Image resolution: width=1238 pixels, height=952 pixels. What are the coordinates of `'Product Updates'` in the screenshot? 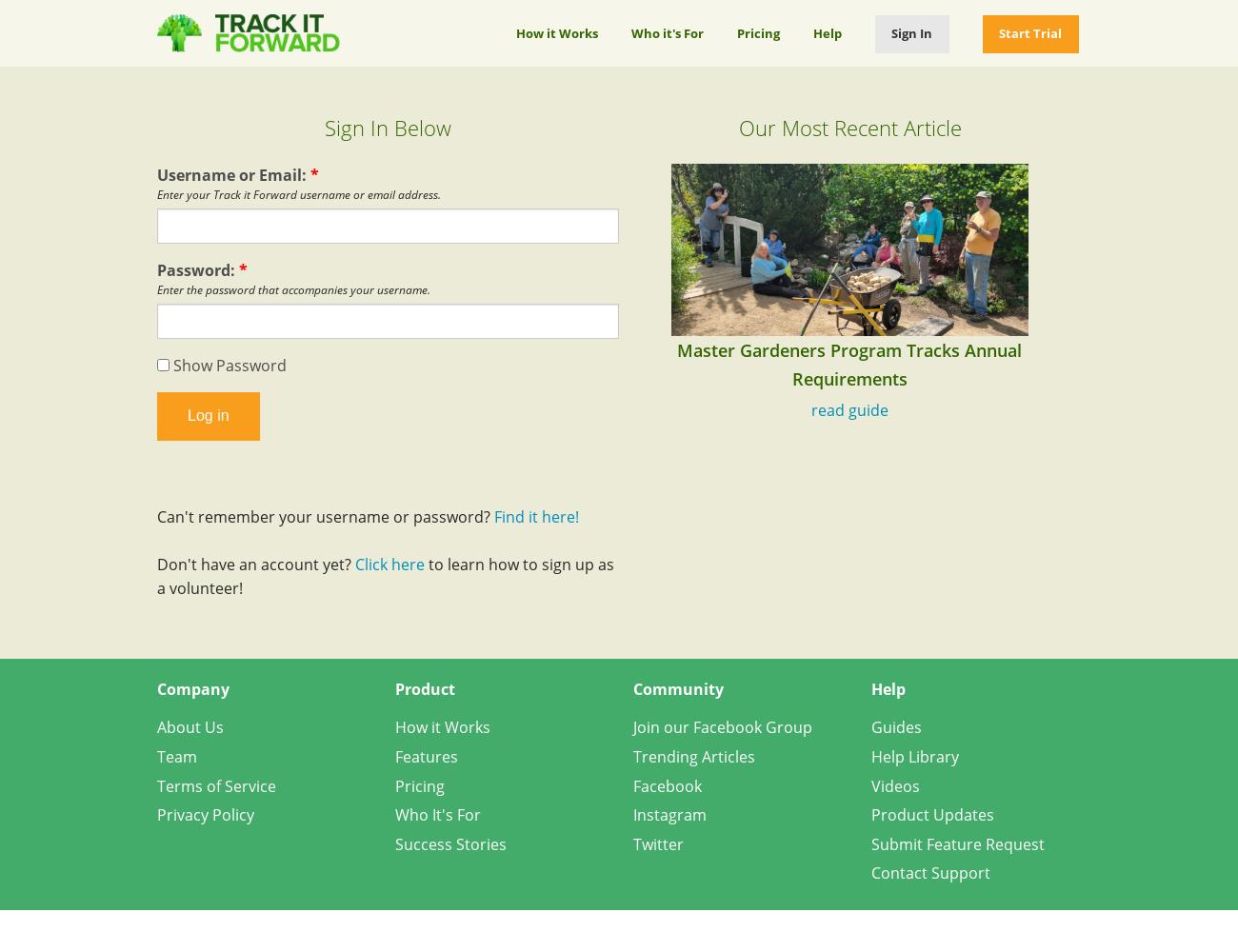 It's located at (931, 814).